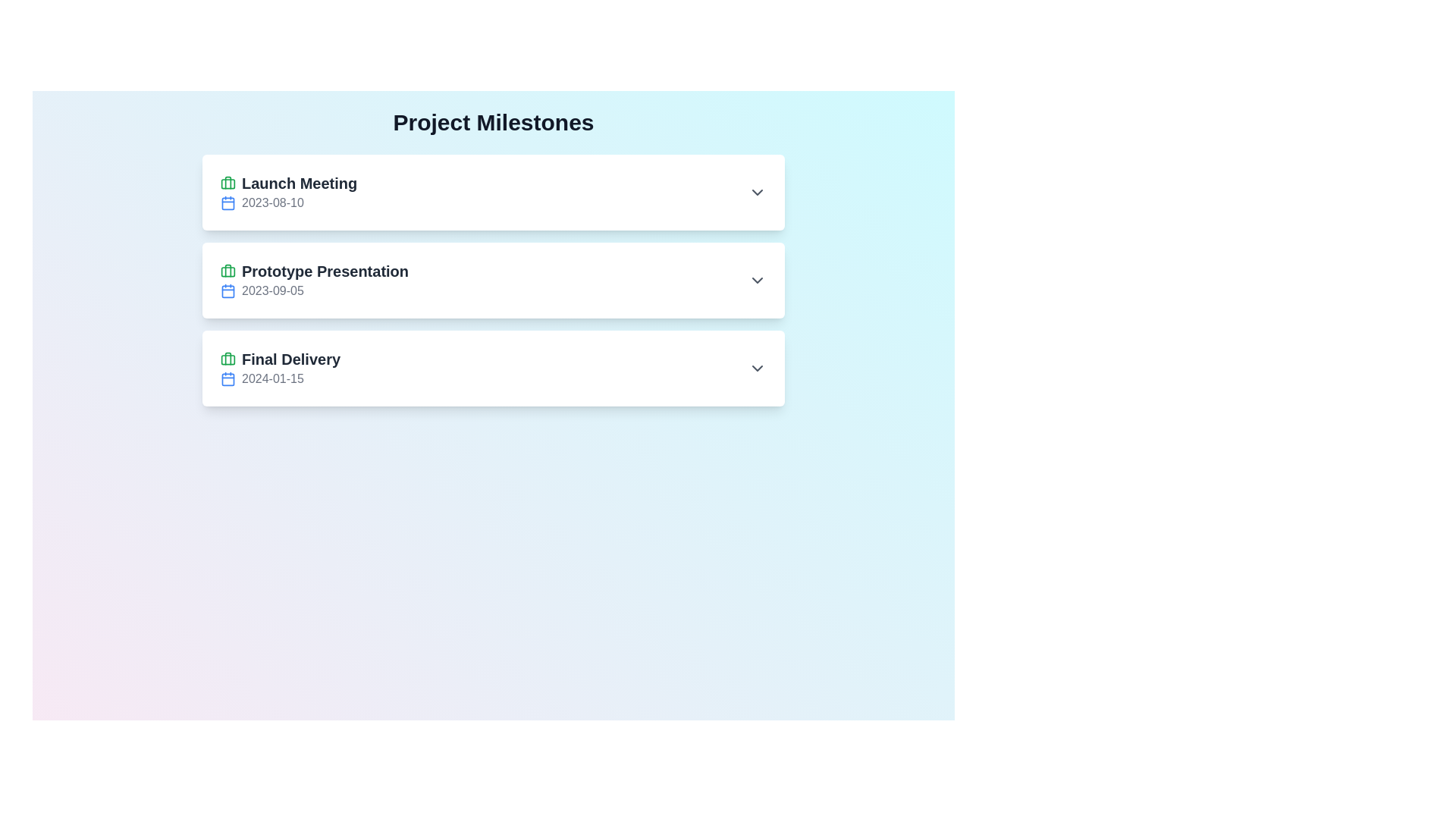  Describe the element at coordinates (314, 271) in the screenshot. I see `the Text Label that identifies a project milestone event, positioned in the second row of the 'Project Milestones' list, between 'Launch Meeting' and 'Final Delivery'` at that location.